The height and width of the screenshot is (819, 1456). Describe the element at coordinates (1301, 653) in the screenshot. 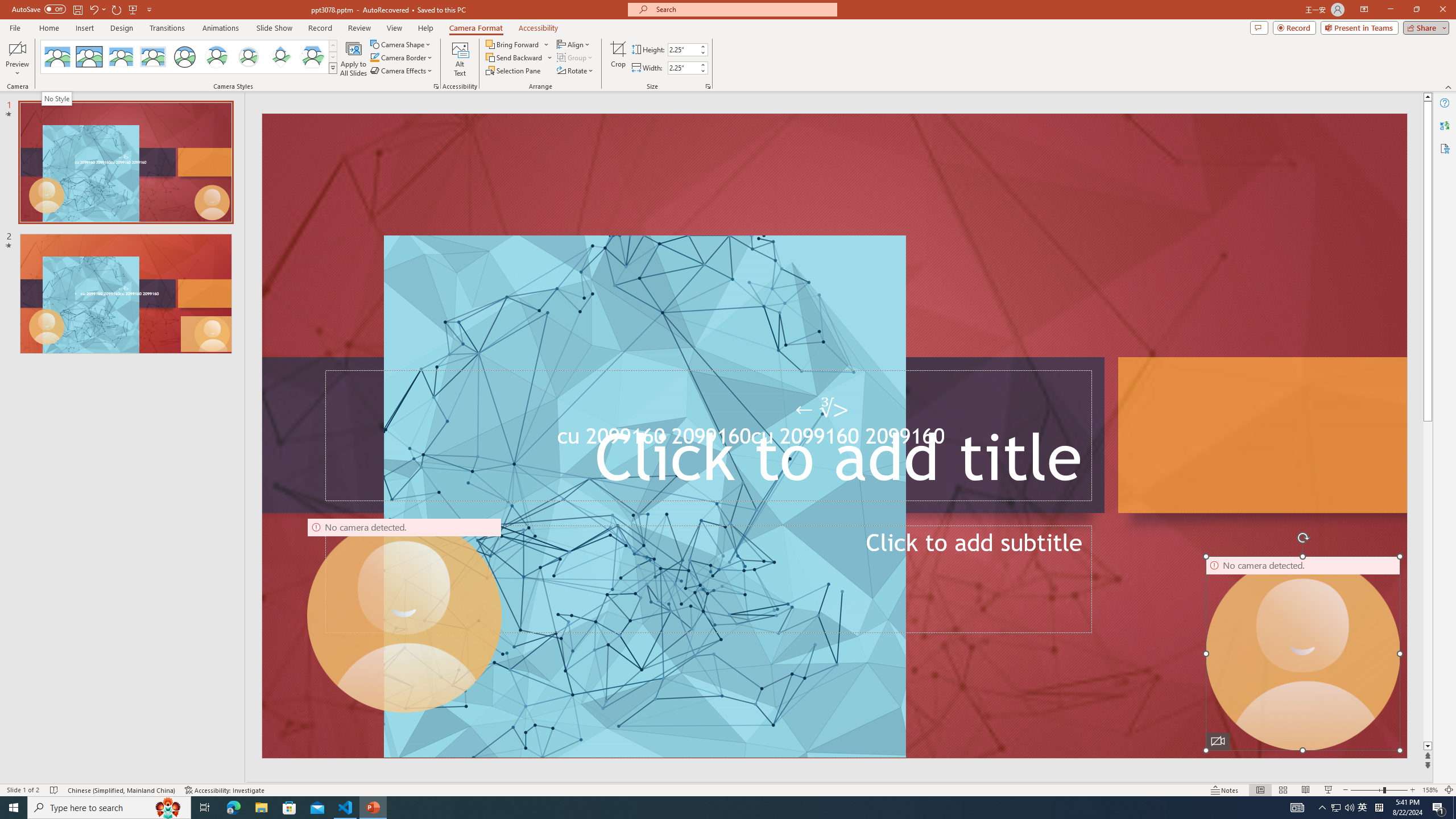

I see `'Camera 16, No camera detected.'` at that location.